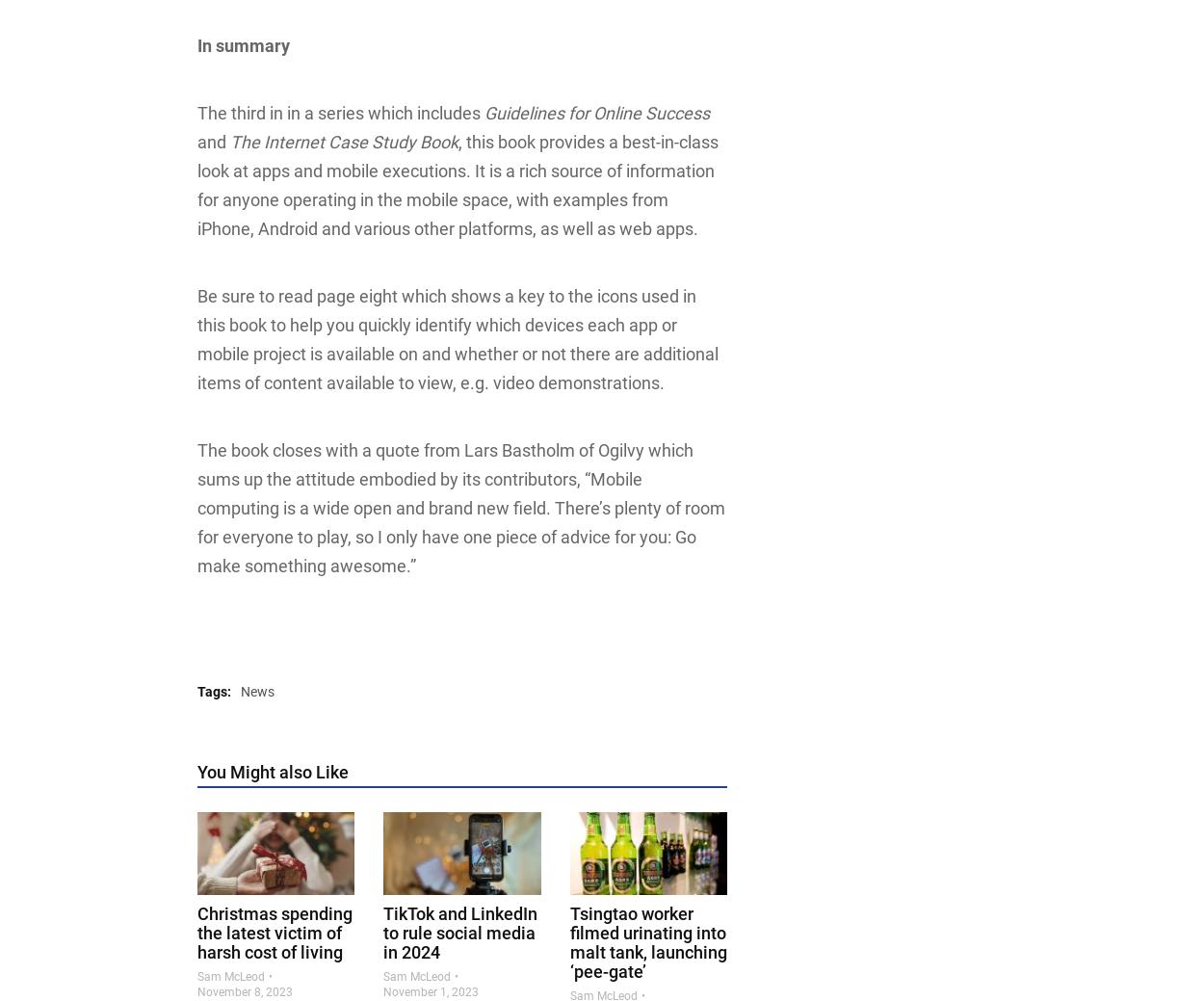  Describe the element at coordinates (647, 941) in the screenshot. I see `'Tsingtao worker filmed urinating into malt tank, launching ‘pee-gate’'` at that location.